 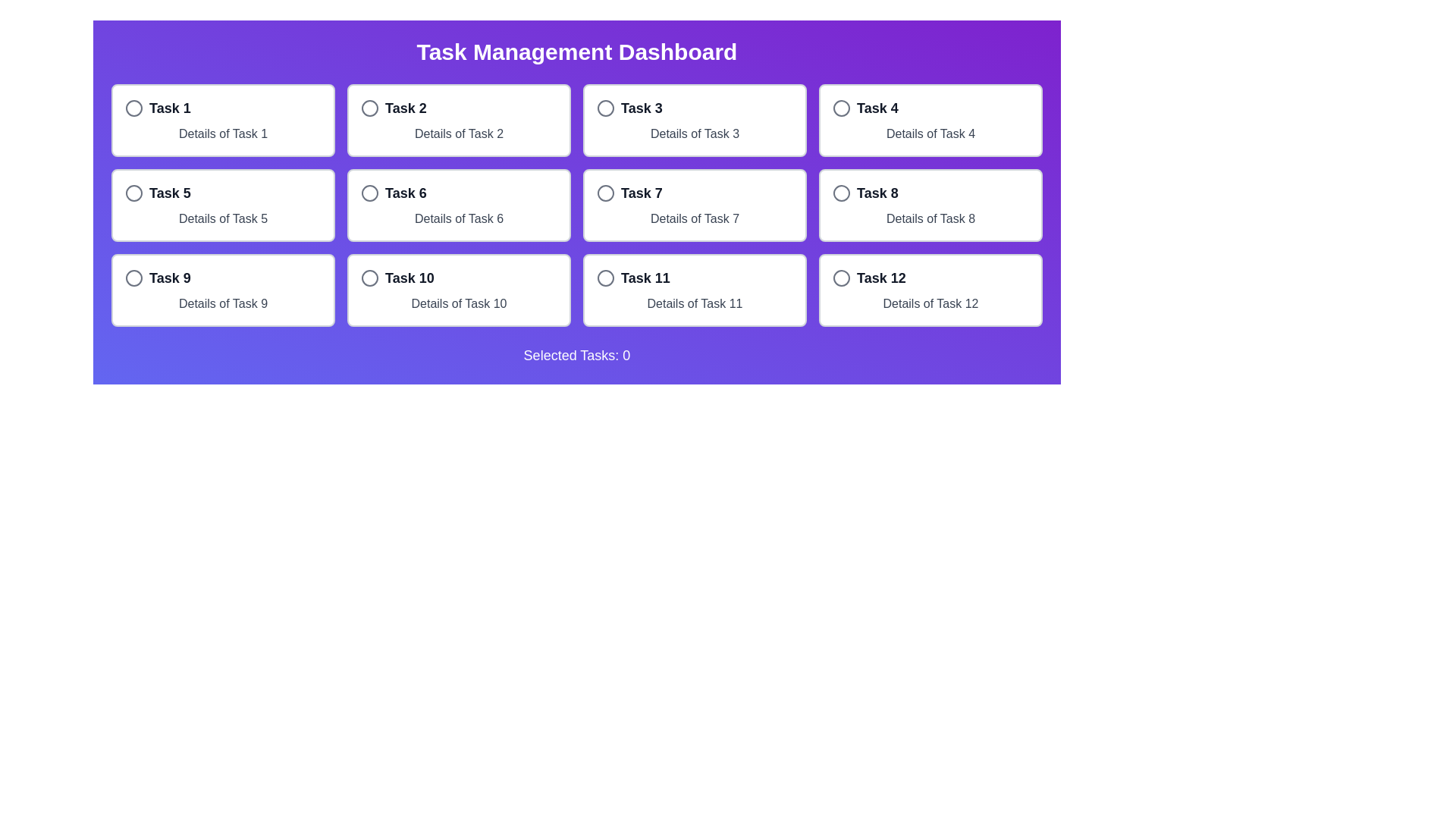 I want to click on the title text of the dashboard, which is 'Task Management Dashboard', so click(x=576, y=52).